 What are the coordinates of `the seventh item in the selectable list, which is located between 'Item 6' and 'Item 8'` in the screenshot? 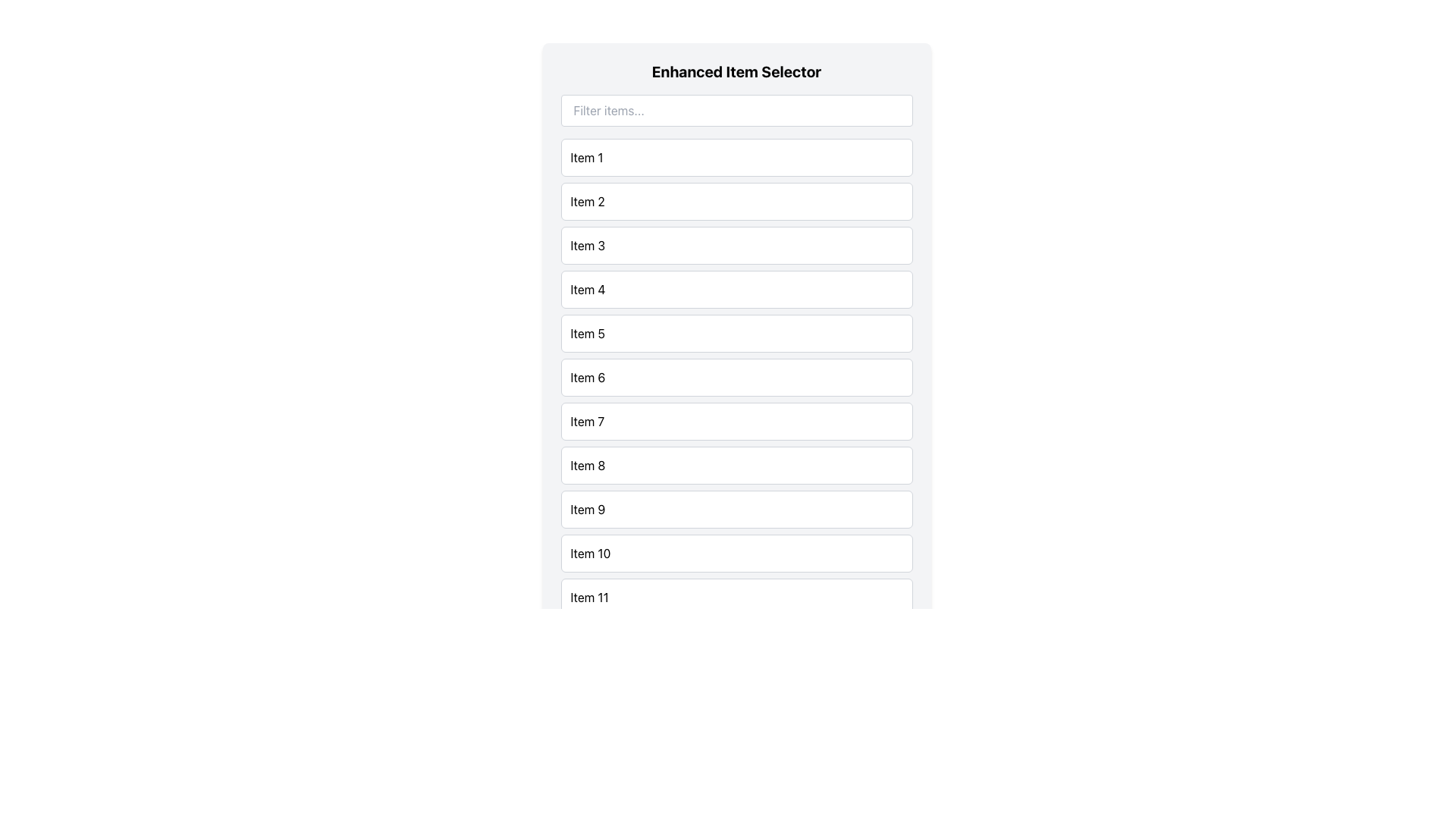 It's located at (736, 421).